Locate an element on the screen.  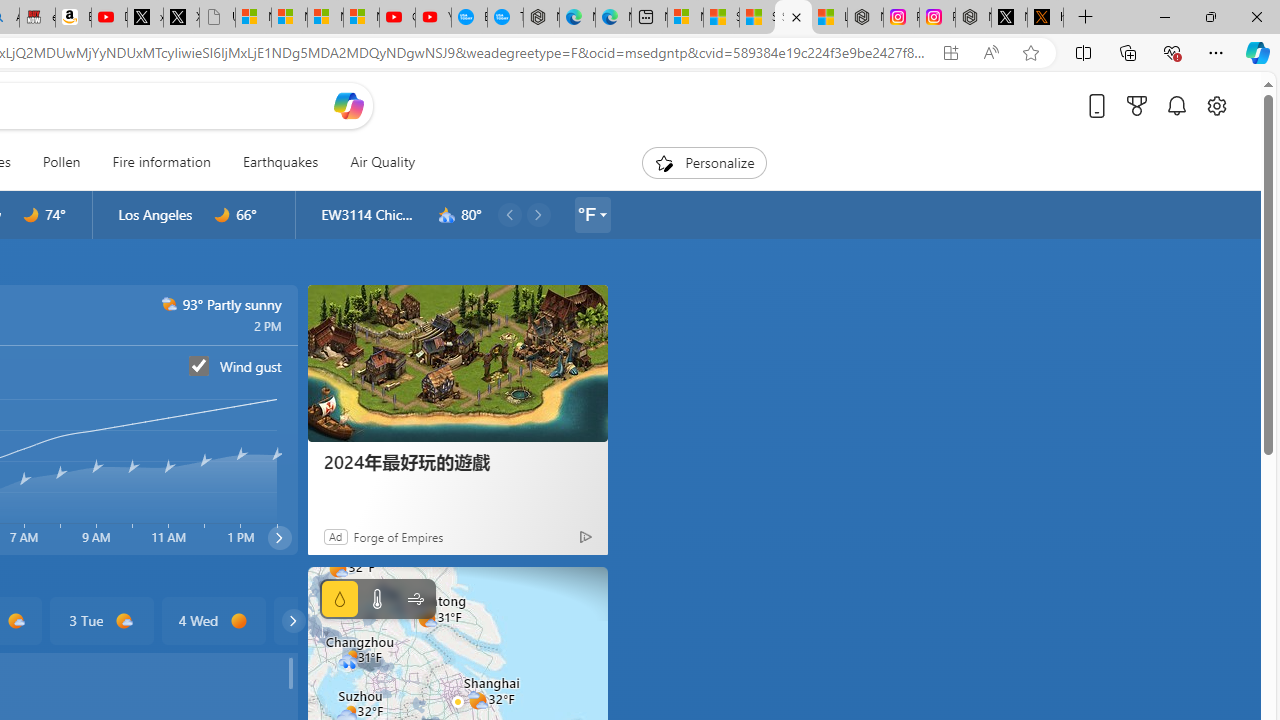
'4 Wed d0000' is located at coordinates (213, 620).